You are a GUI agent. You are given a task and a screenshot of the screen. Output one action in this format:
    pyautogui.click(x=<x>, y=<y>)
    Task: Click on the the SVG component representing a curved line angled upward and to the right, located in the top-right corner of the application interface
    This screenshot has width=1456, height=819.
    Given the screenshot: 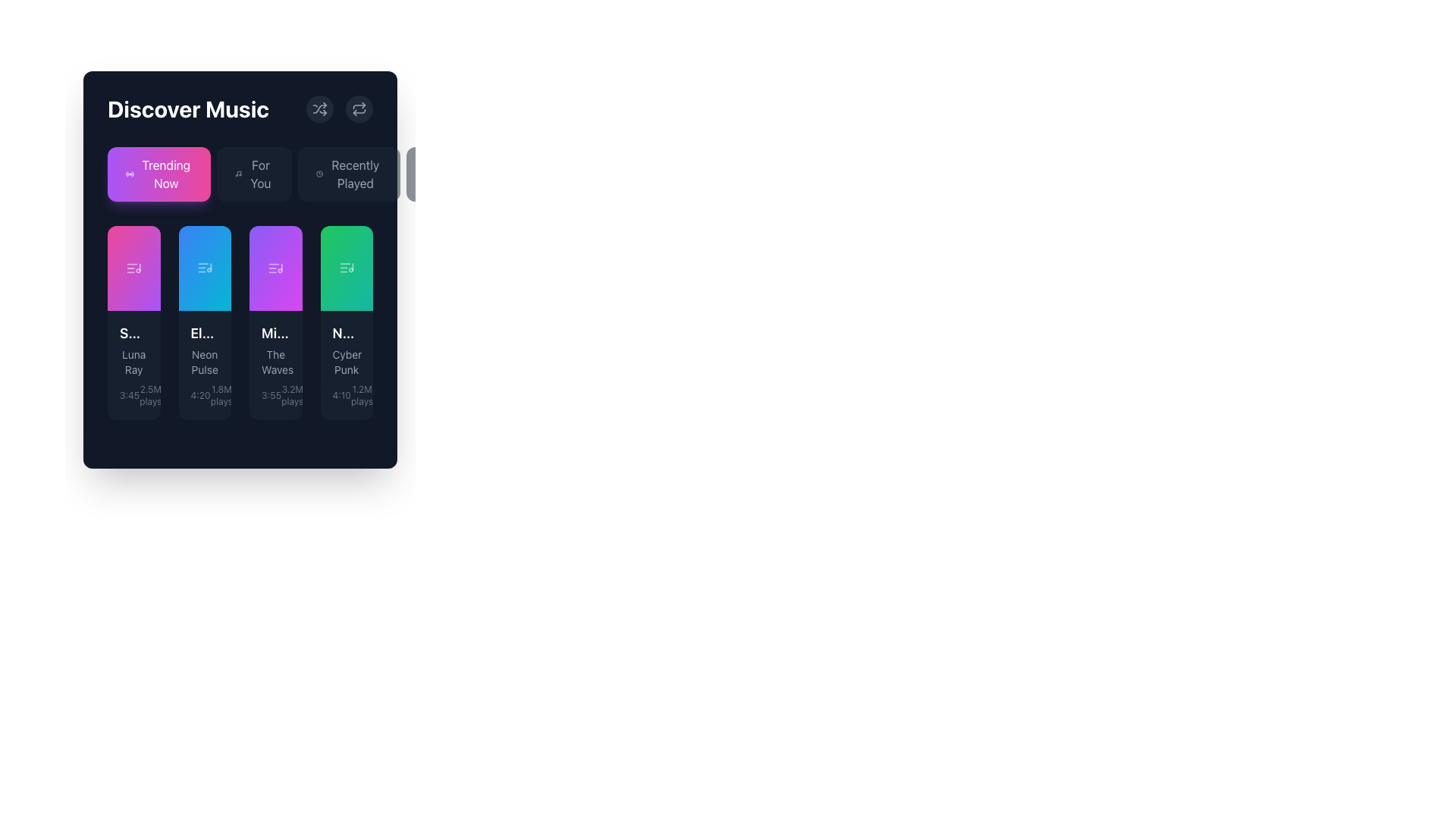 What is the action you would take?
    pyautogui.click(x=319, y=108)
    